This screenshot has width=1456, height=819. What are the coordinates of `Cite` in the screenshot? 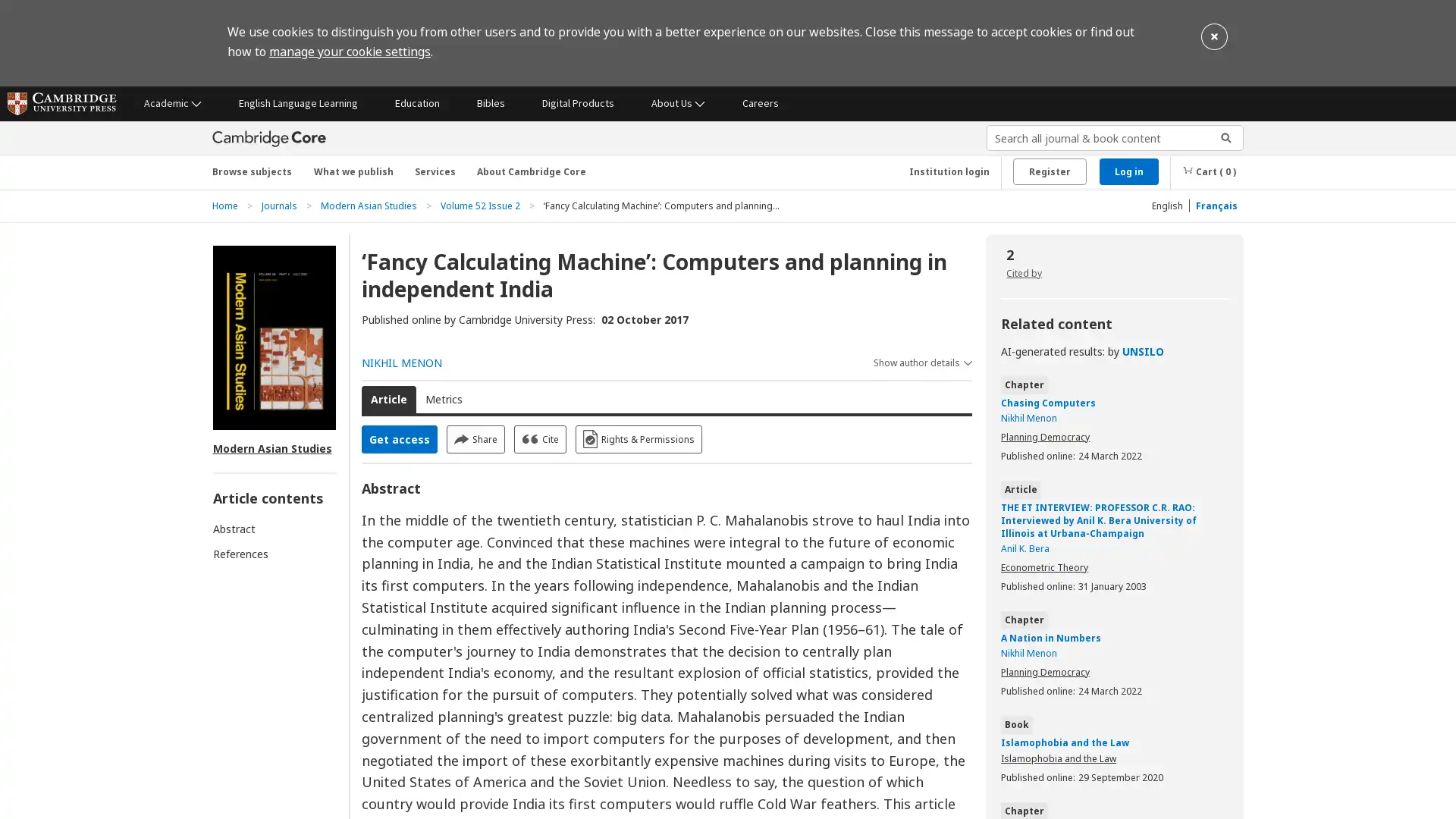 It's located at (539, 438).